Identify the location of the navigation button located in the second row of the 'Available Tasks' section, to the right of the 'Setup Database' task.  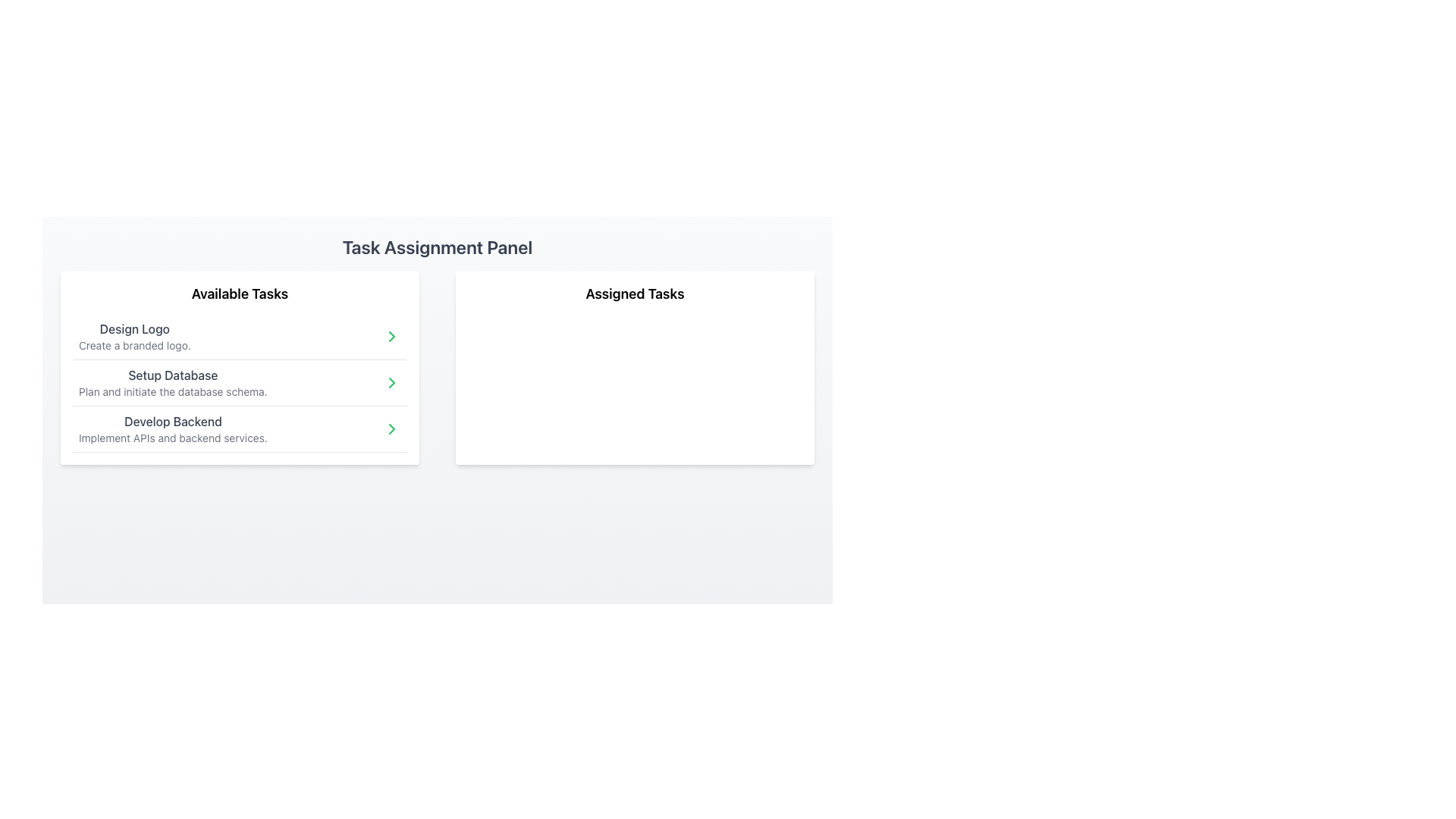
(392, 382).